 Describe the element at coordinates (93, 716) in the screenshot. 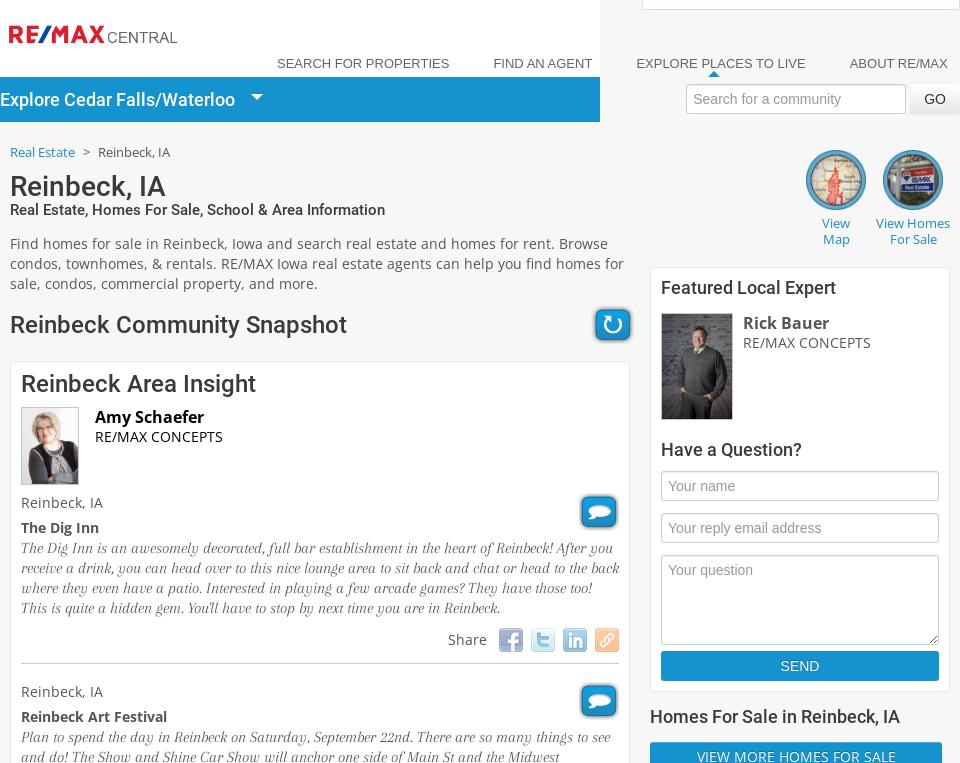

I see `'Reinbeck Art Festival'` at that location.